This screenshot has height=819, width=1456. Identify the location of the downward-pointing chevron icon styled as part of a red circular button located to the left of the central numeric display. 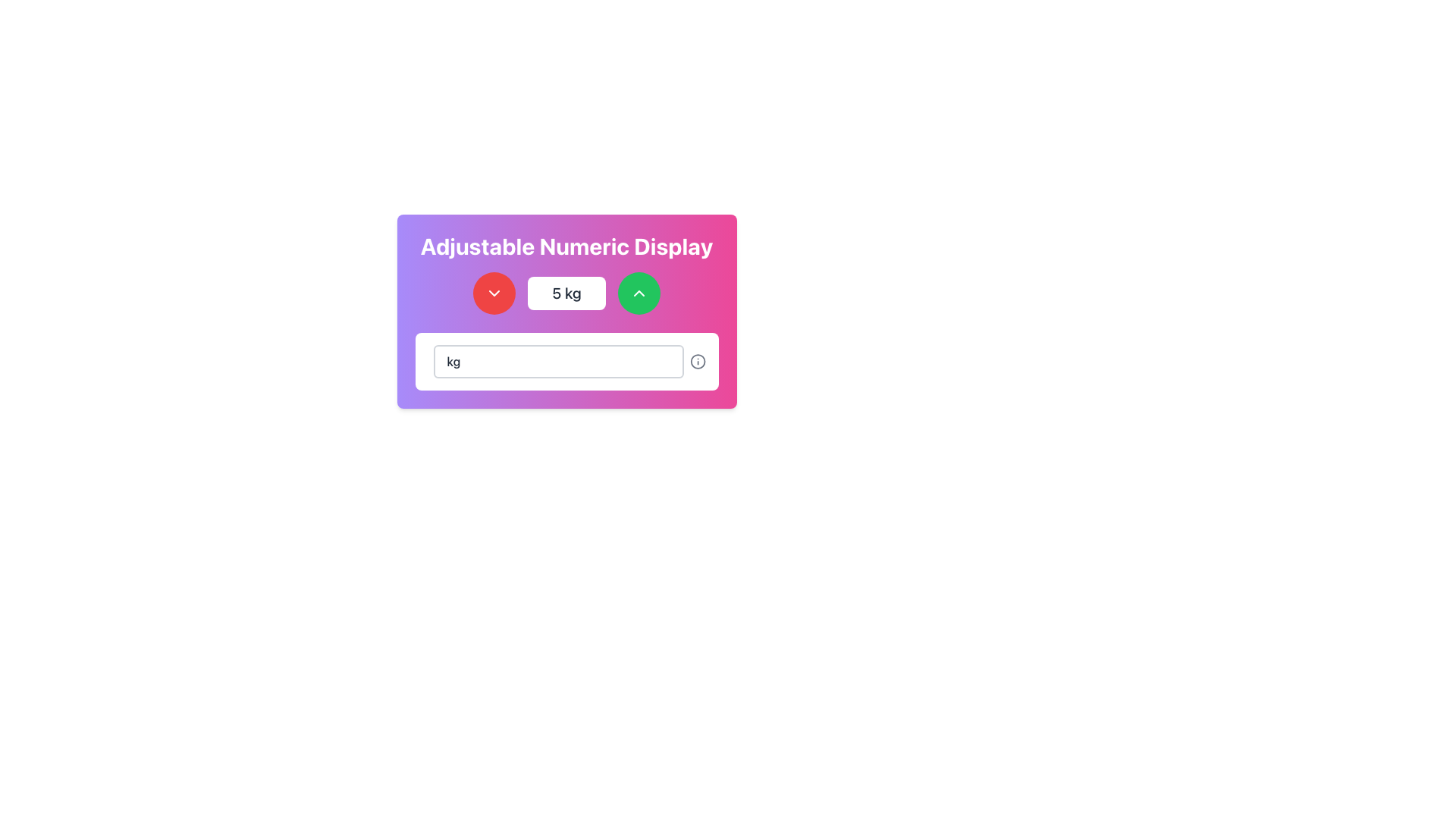
(494, 293).